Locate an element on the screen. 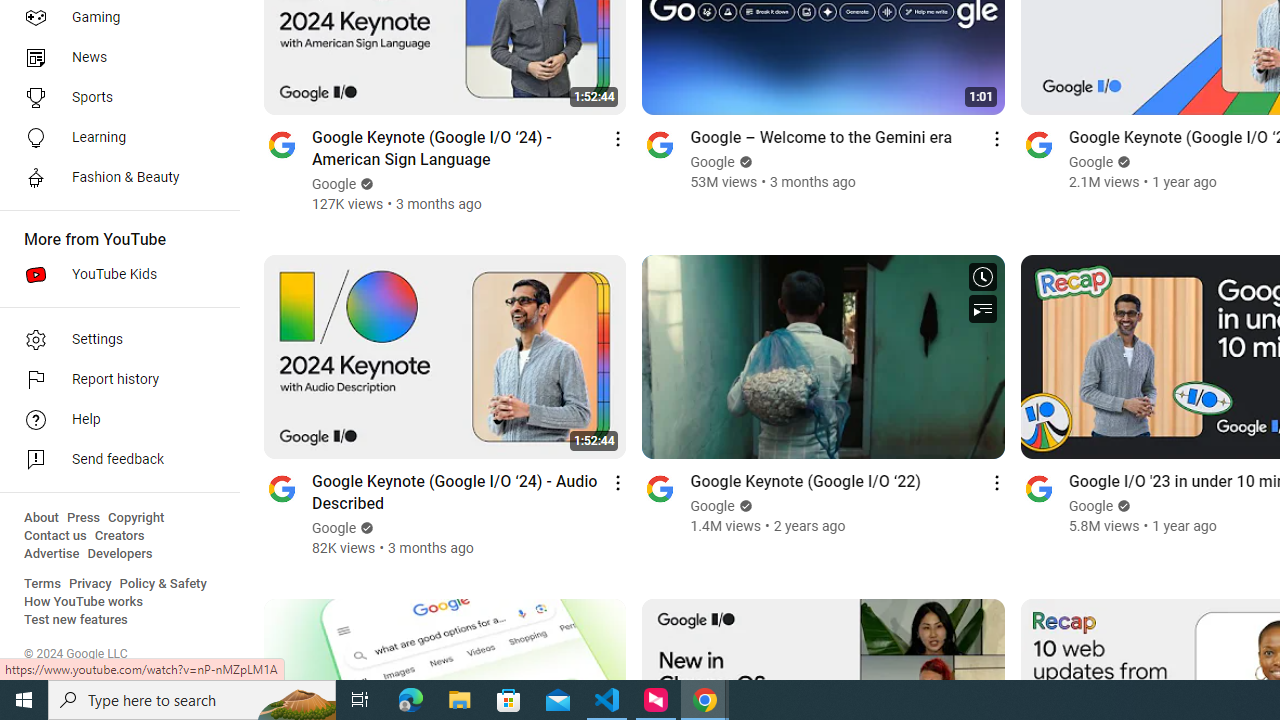 Image resolution: width=1280 pixels, height=720 pixels. 'Go to channel' is located at coordinates (1038, 488).